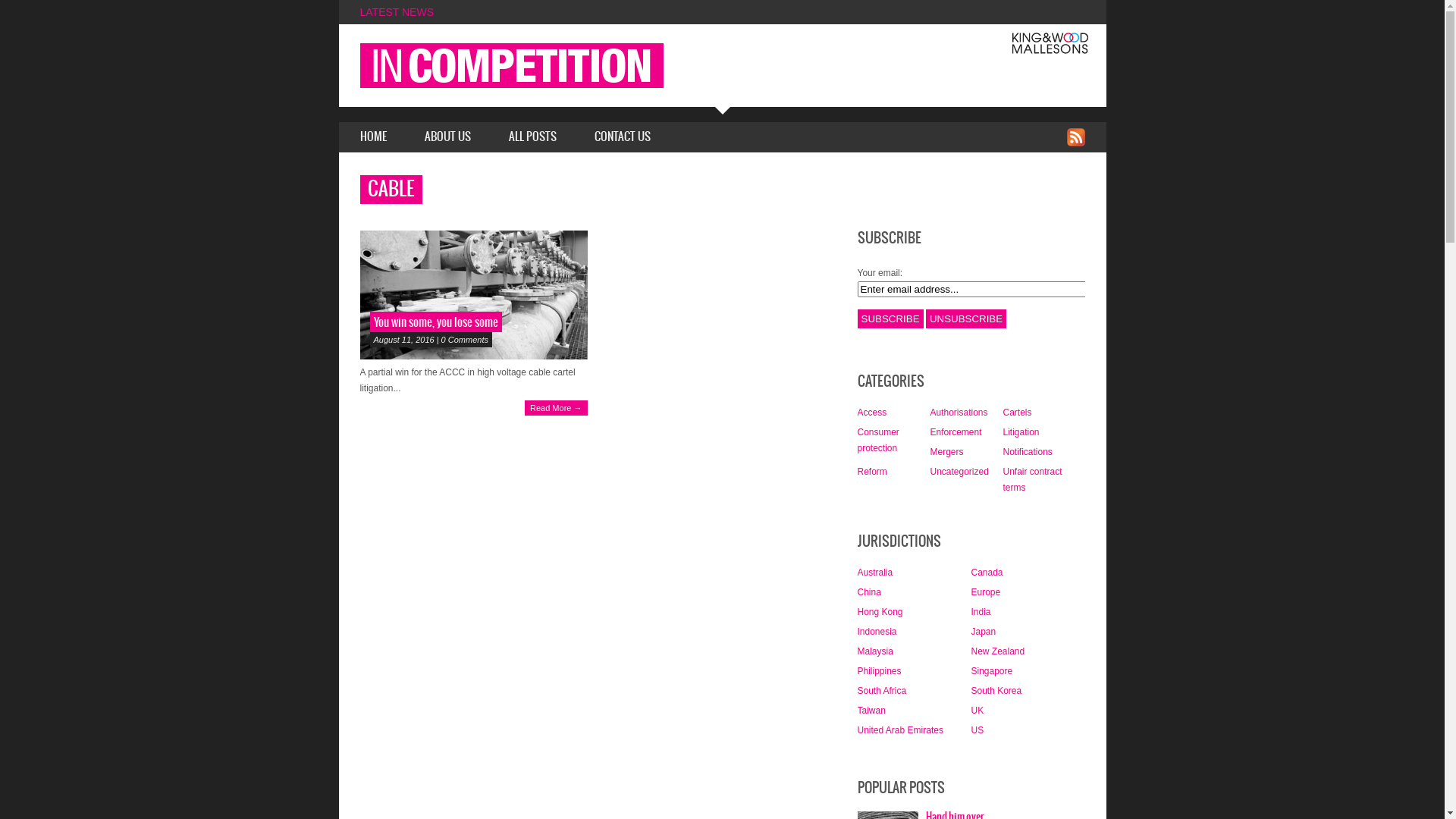 This screenshot has width=1456, height=819. Describe the element at coordinates (986, 573) in the screenshot. I see `'Canada'` at that location.